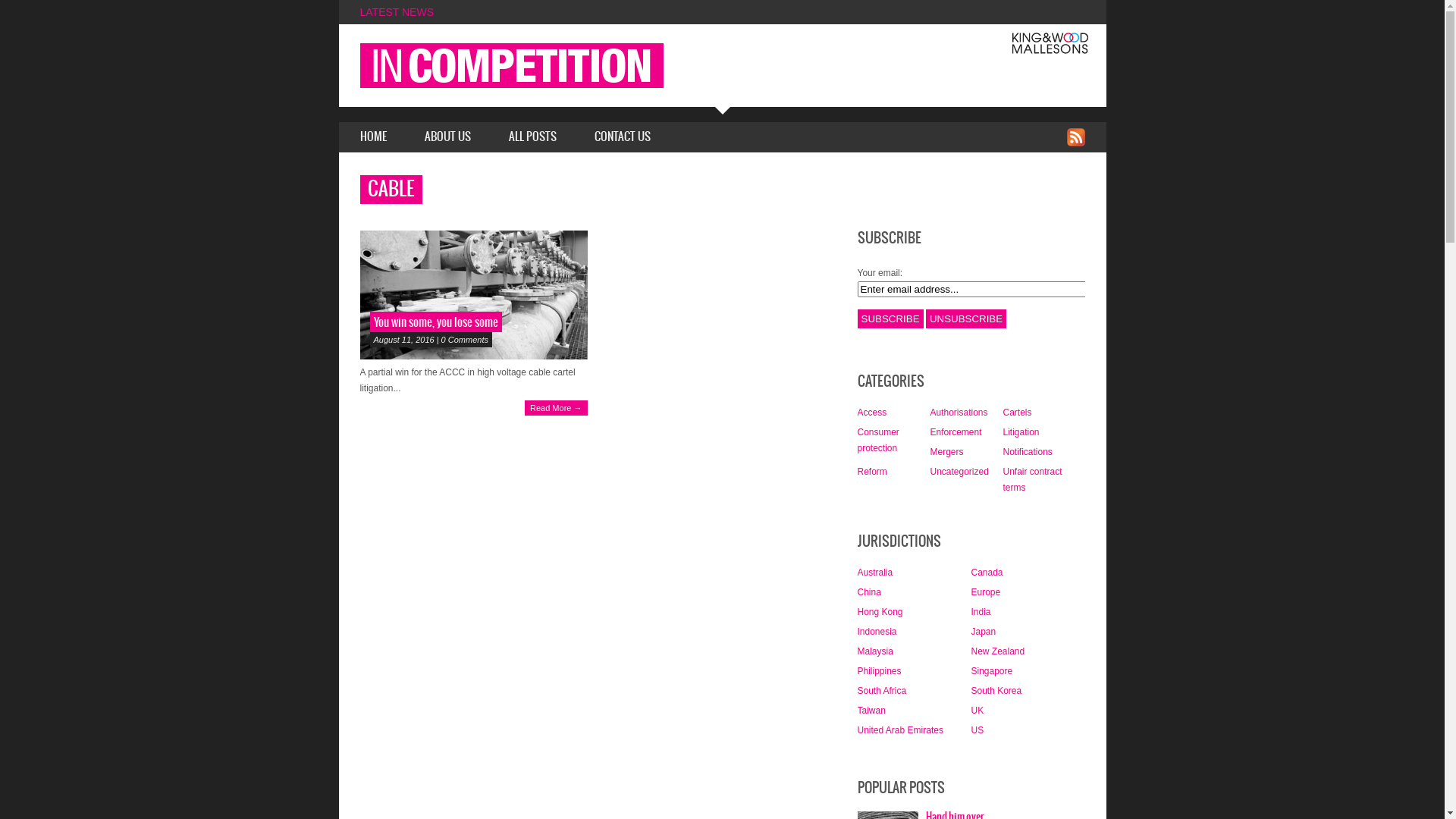 This screenshot has width=1456, height=819. Describe the element at coordinates (986, 573) in the screenshot. I see `'Canada'` at that location.